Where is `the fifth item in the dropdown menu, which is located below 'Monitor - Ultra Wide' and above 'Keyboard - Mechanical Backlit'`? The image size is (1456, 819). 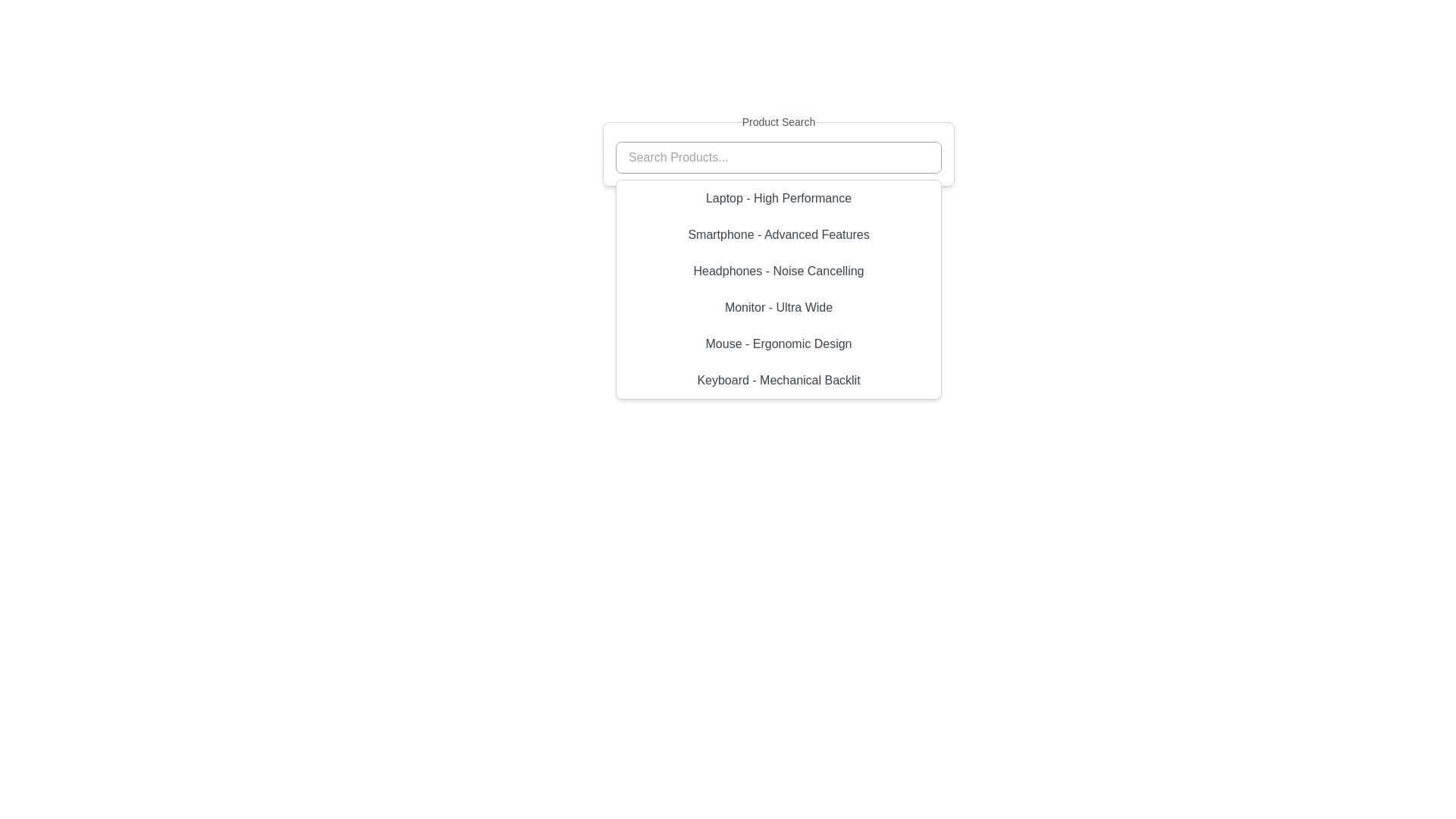
the fifth item in the dropdown menu, which is located below 'Monitor - Ultra Wide' and above 'Keyboard - Mechanical Backlit' is located at coordinates (779, 344).